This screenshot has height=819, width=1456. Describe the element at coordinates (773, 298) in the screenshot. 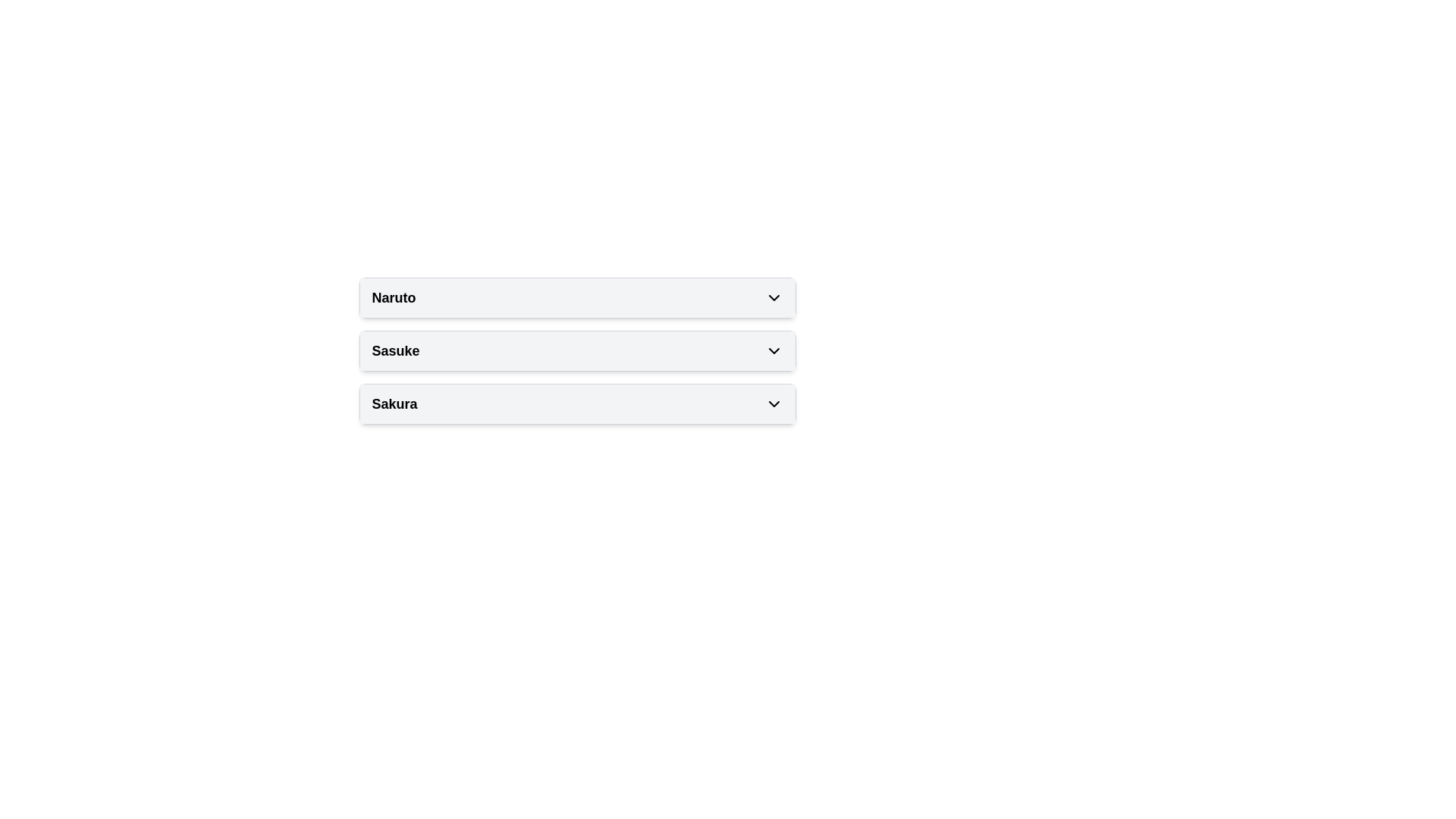

I see `the Icon Button located at the rightmost end of the 'Naruto' header` at that location.